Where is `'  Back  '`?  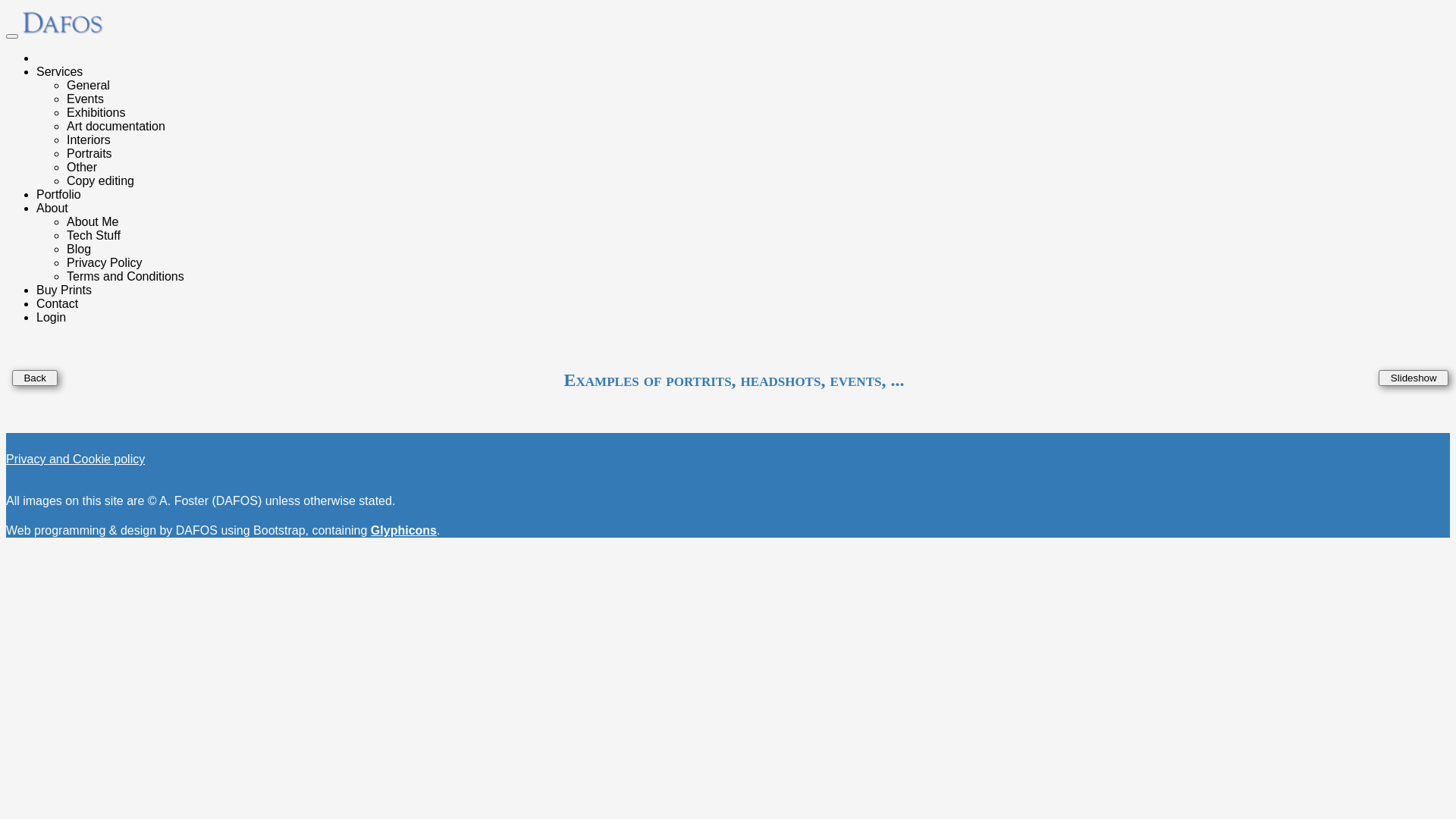
'  Back  ' is located at coordinates (35, 377).